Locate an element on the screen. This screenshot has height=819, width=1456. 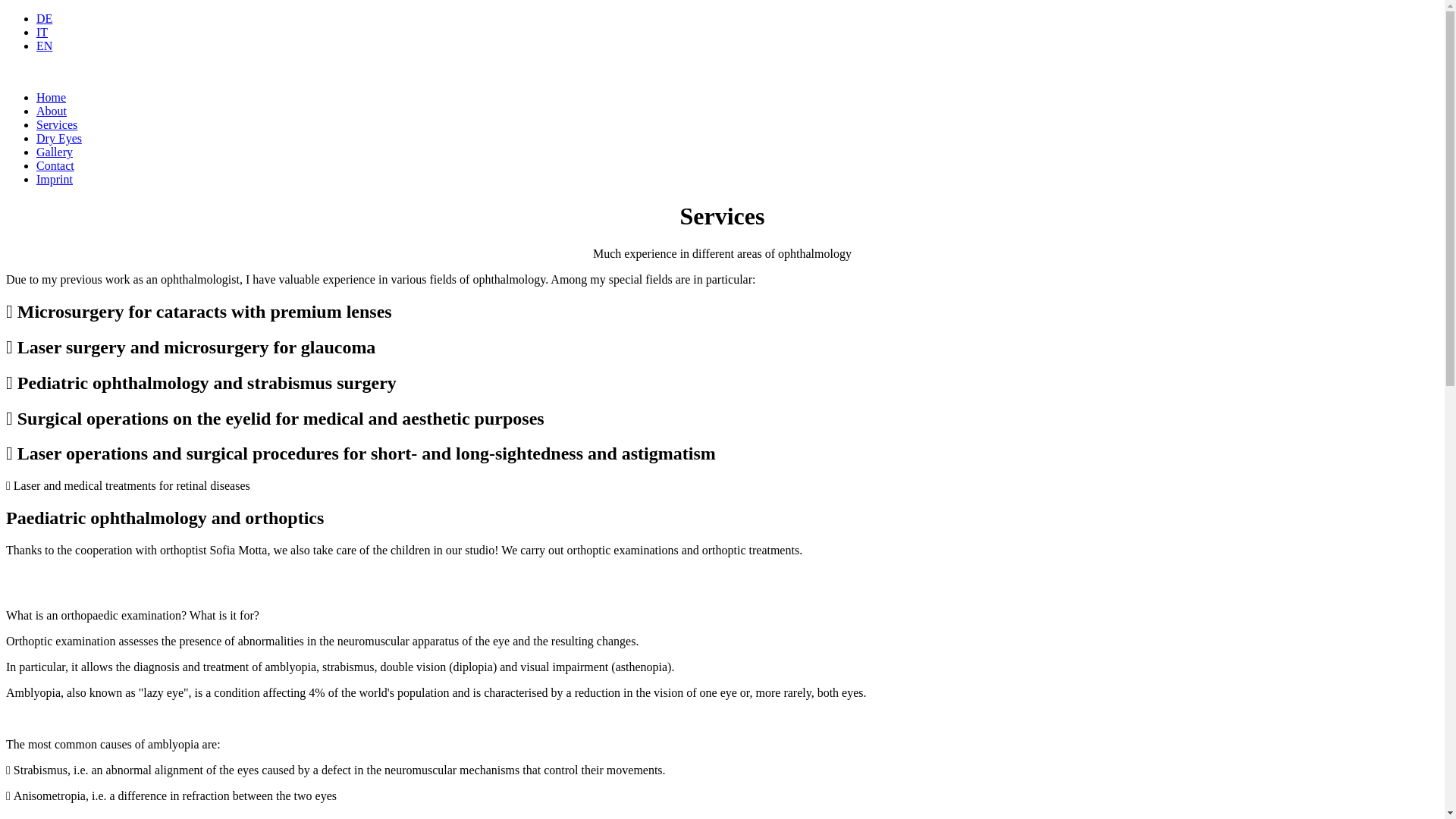
'Contact' is located at coordinates (55, 165).